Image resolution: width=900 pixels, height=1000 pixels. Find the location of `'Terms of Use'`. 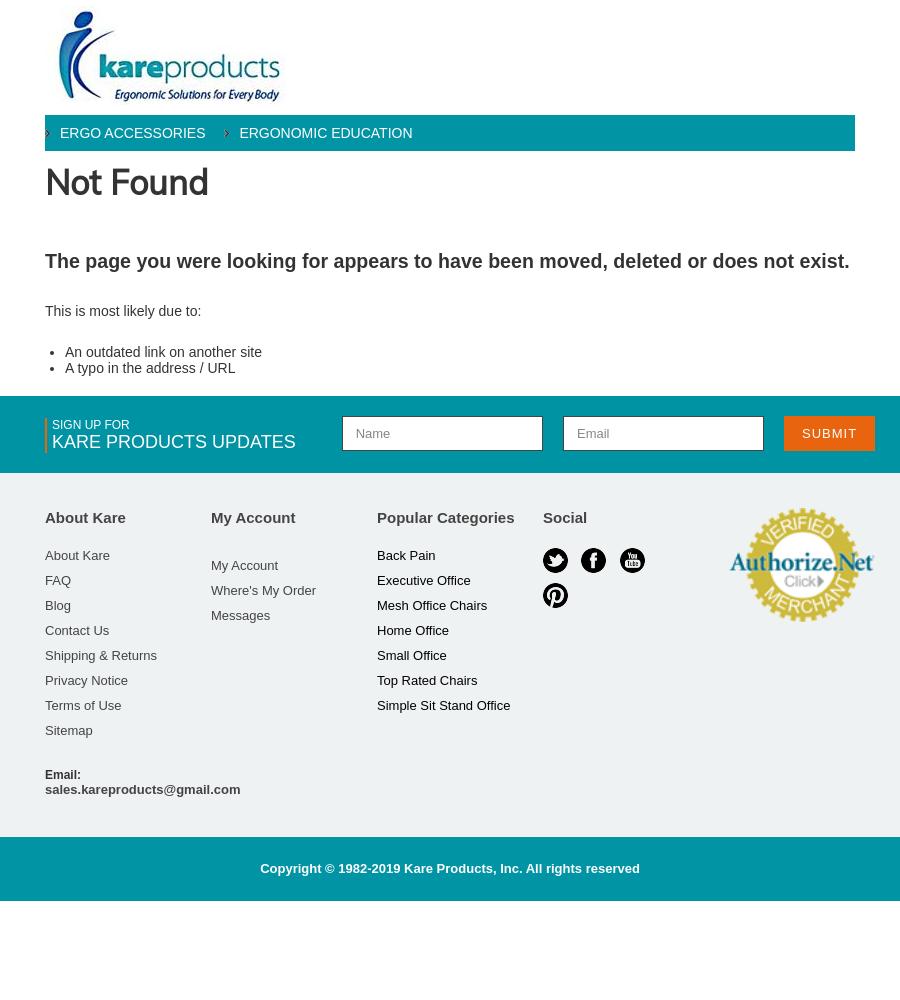

'Terms of Use' is located at coordinates (81, 704).